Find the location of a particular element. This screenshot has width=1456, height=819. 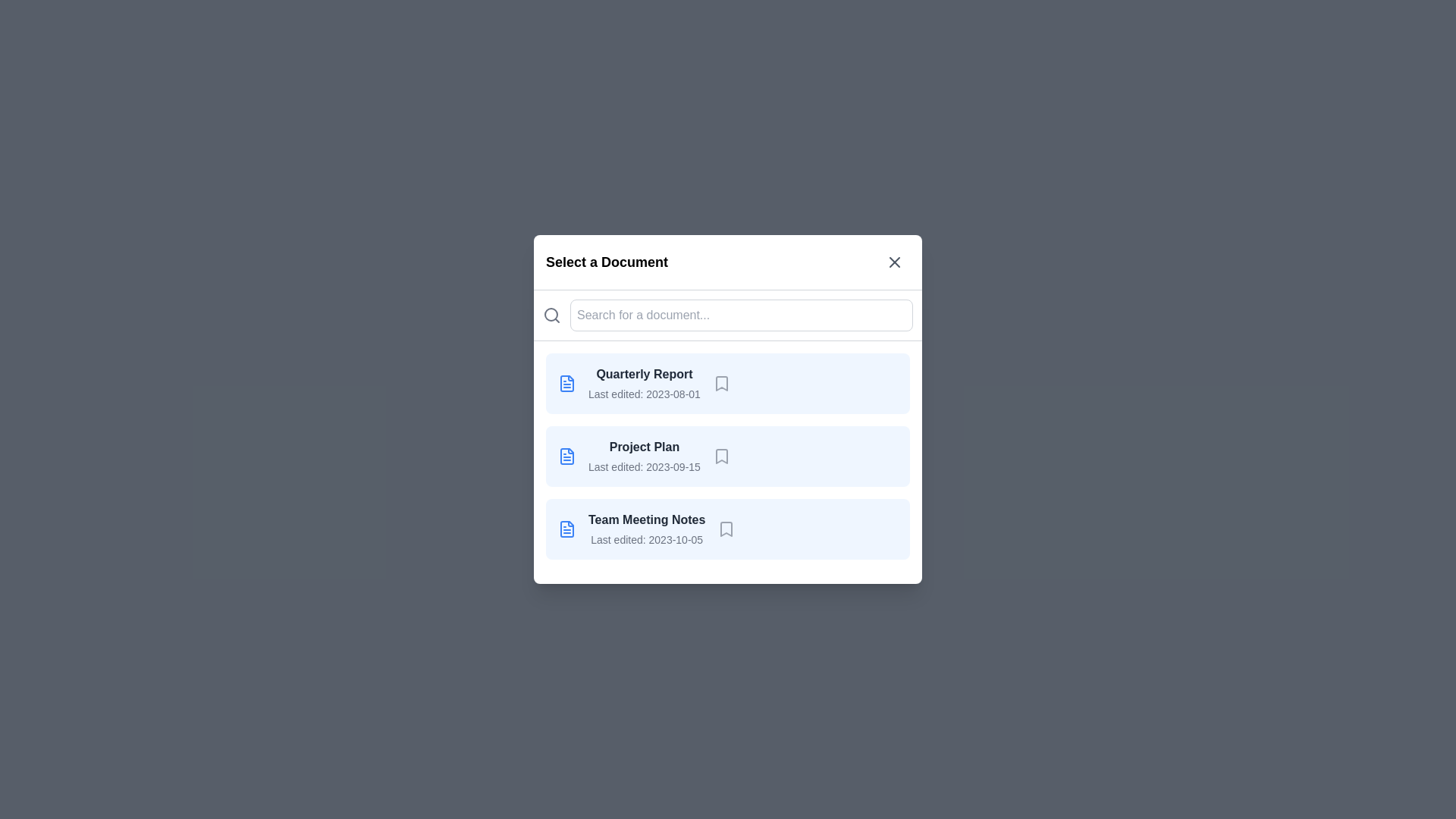

the document titled Quarterly Report from the list is located at coordinates (728, 382).